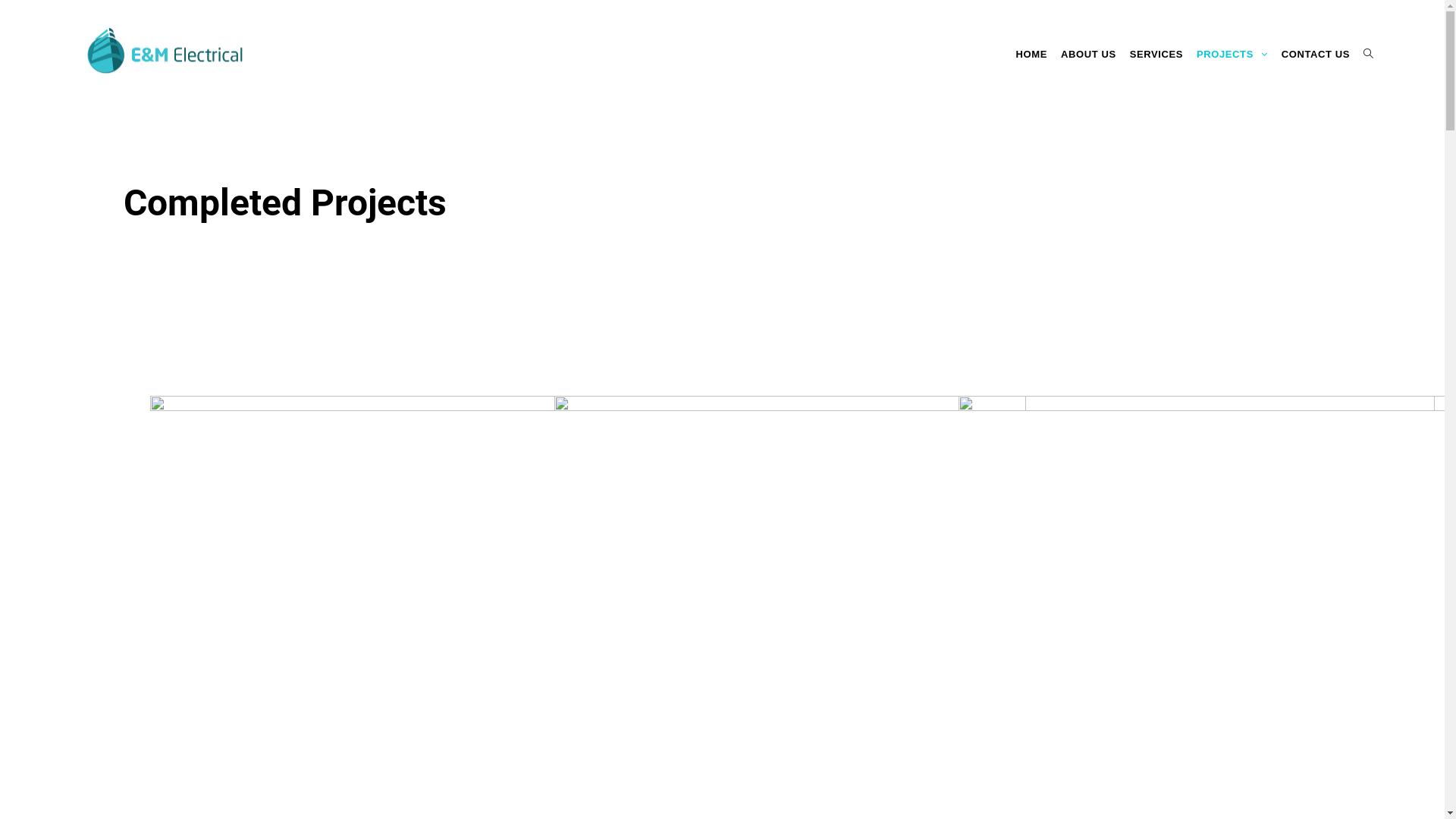 This screenshot has width=1456, height=819. I want to click on 'www.eandmelectrical.com.au', so click(513, 739).